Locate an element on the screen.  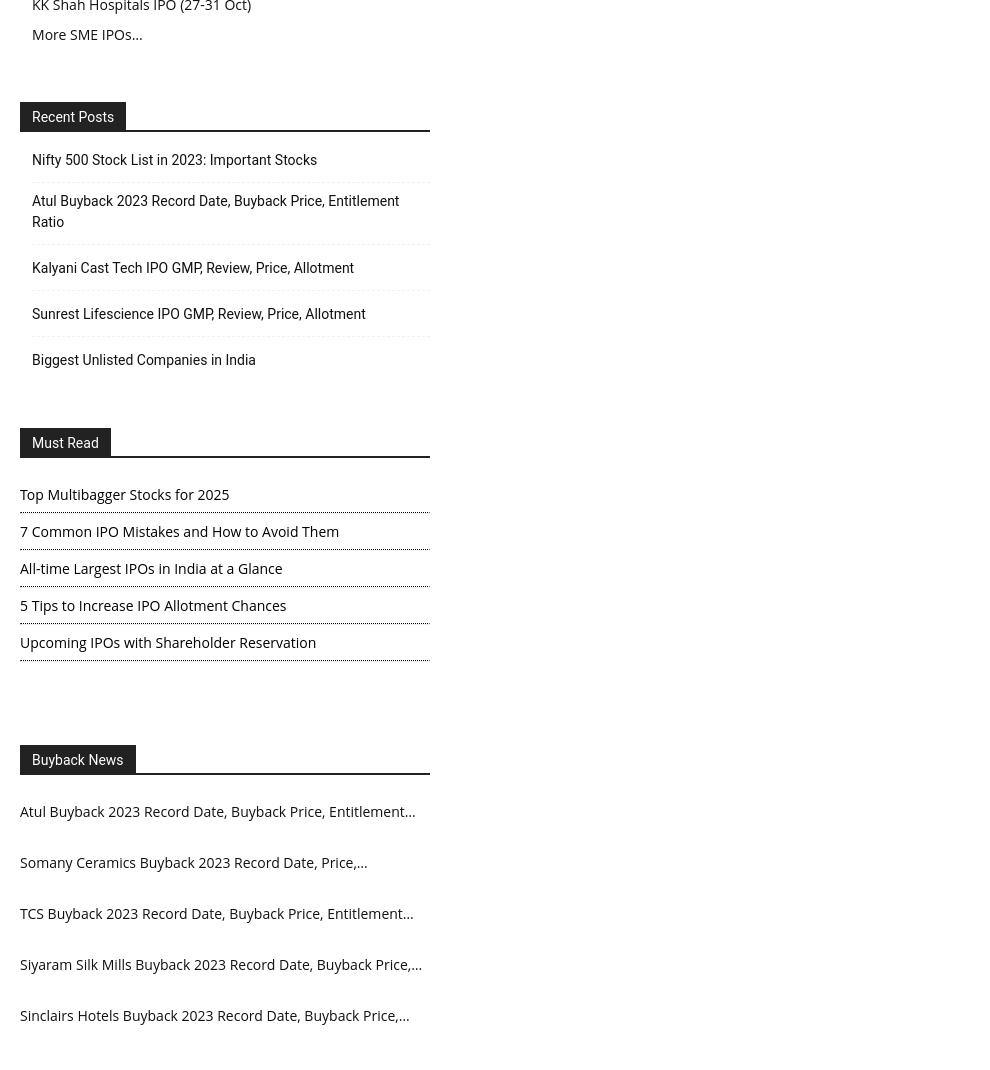
'Somany Ceramics Buyback 2023 Record Date, Price, Entitlement Ratio' is located at coordinates (188, 876).